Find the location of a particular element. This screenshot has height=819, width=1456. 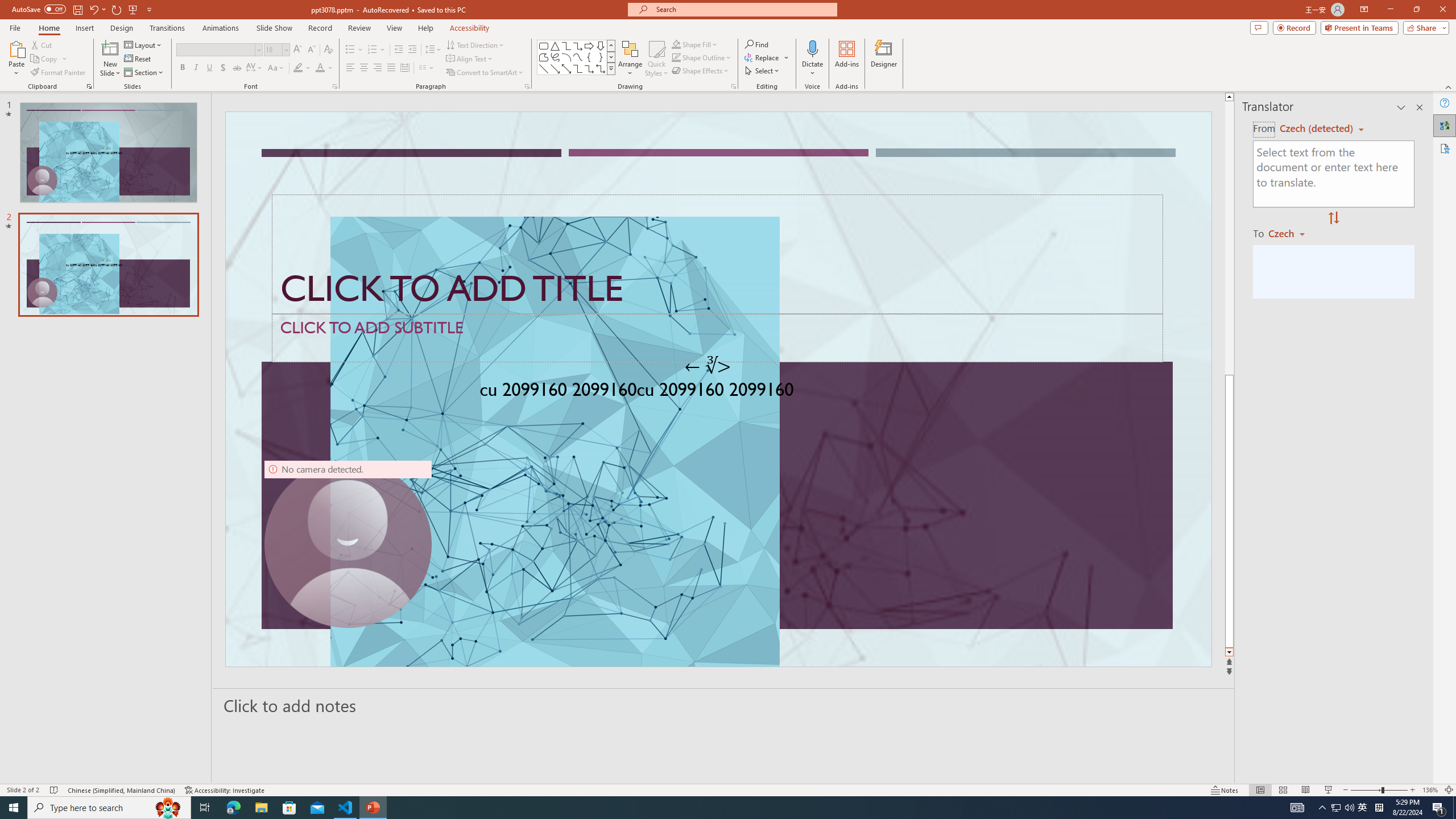

'Shape Fill Dark Green, Accent 2' is located at coordinates (676, 44).